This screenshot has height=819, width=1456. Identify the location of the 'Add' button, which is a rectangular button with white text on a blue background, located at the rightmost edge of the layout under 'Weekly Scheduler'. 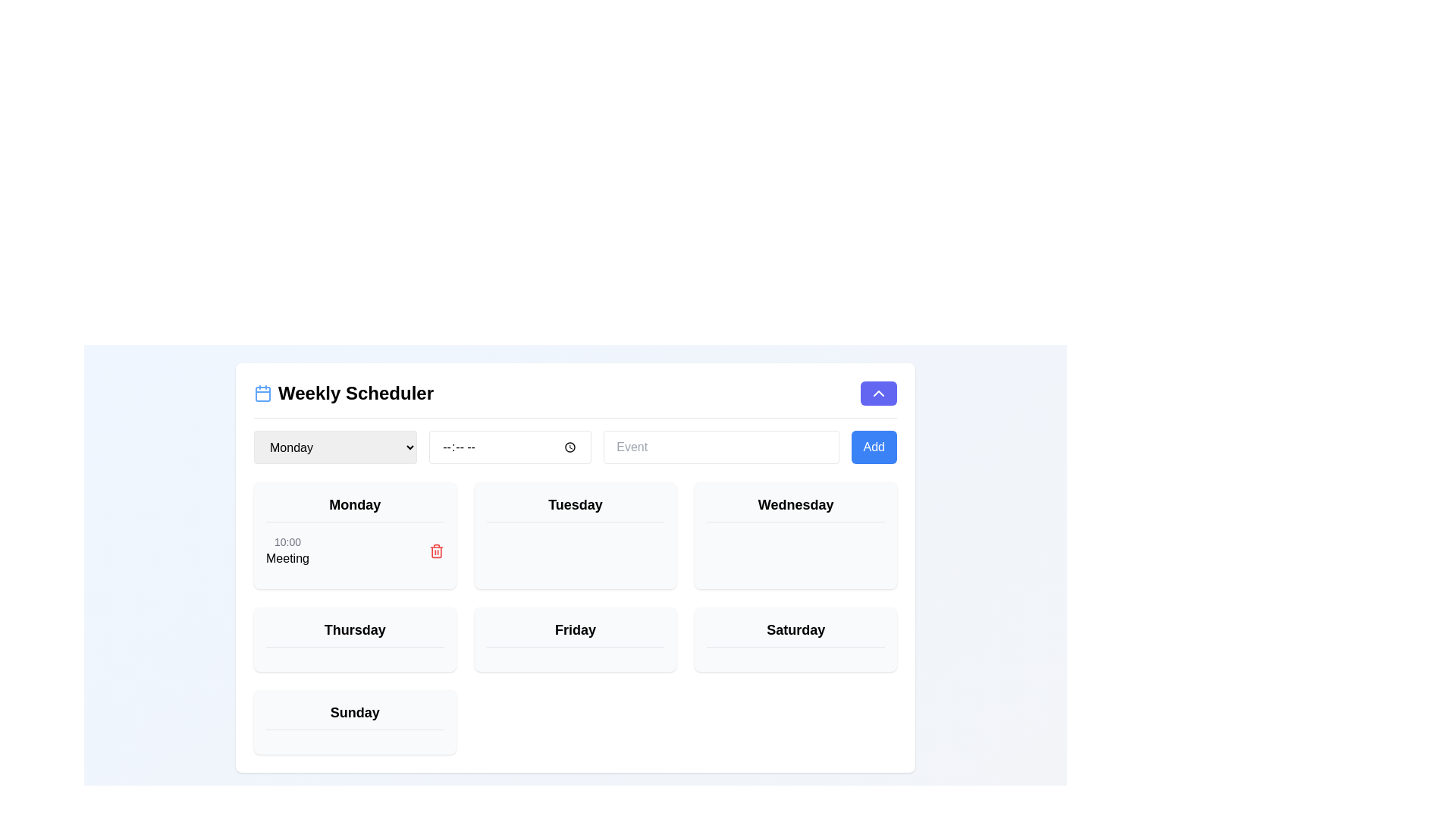
(874, 447).